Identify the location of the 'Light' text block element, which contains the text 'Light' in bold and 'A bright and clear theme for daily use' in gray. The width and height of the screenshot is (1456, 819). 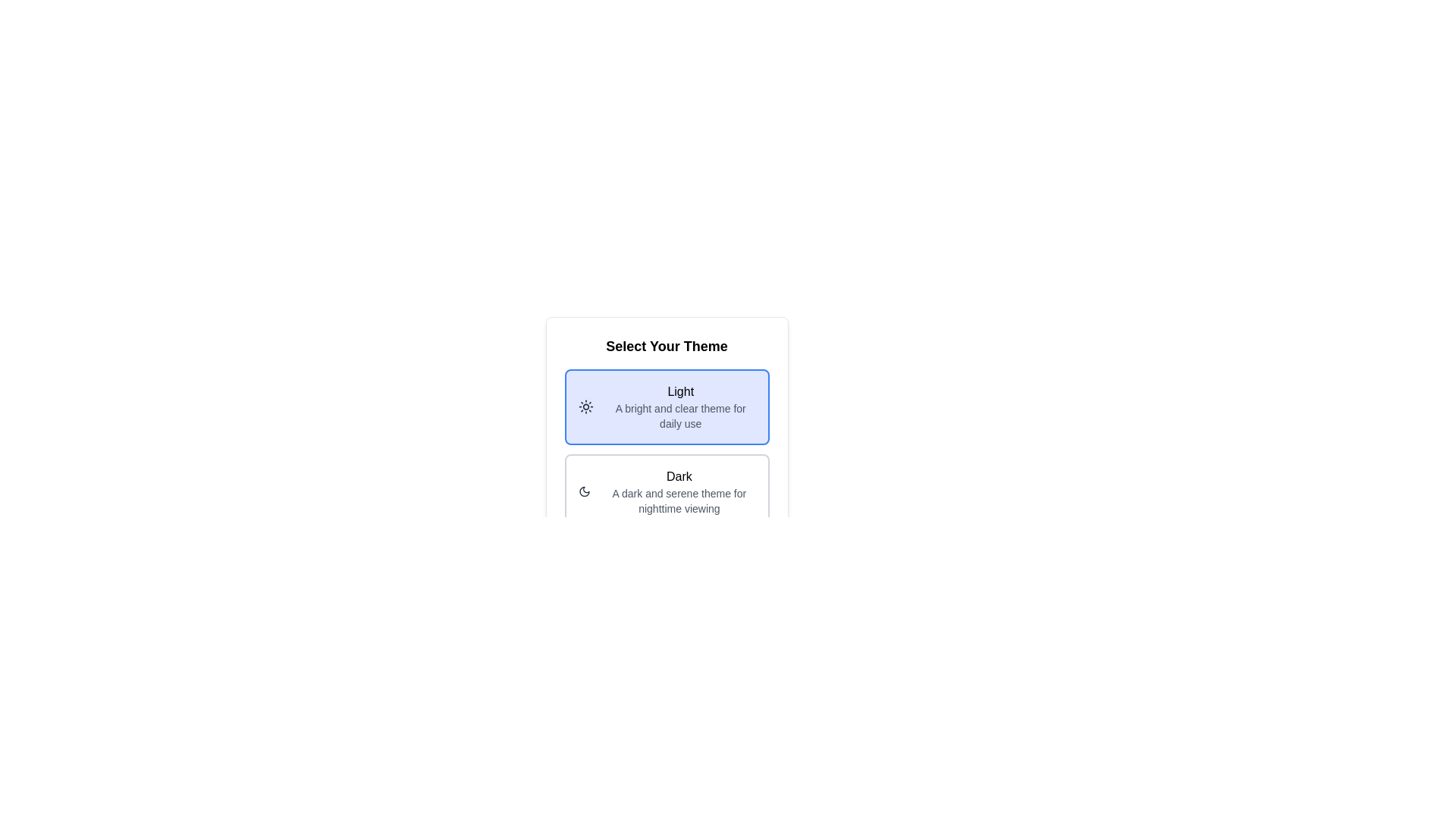
(679, 406).